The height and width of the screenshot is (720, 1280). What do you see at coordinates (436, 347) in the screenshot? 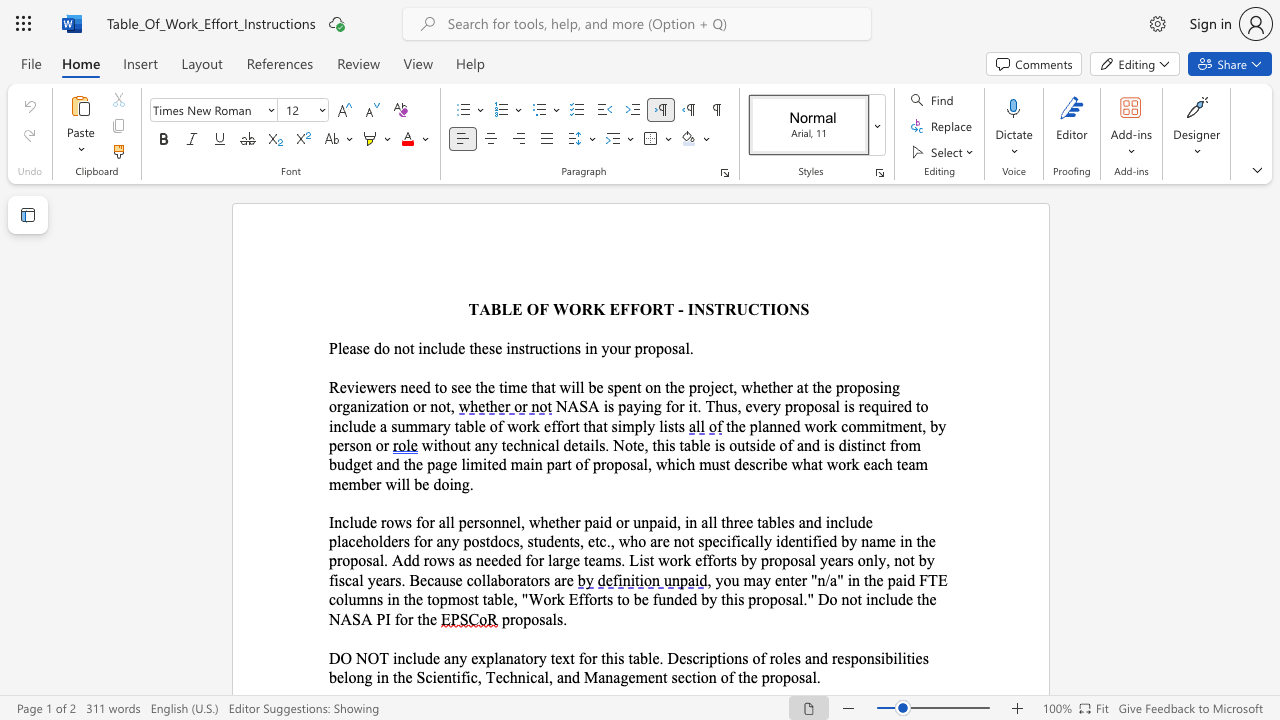
I see `the space between the continuous character "c" and "l" in the text` at bounding box center [436, 347].